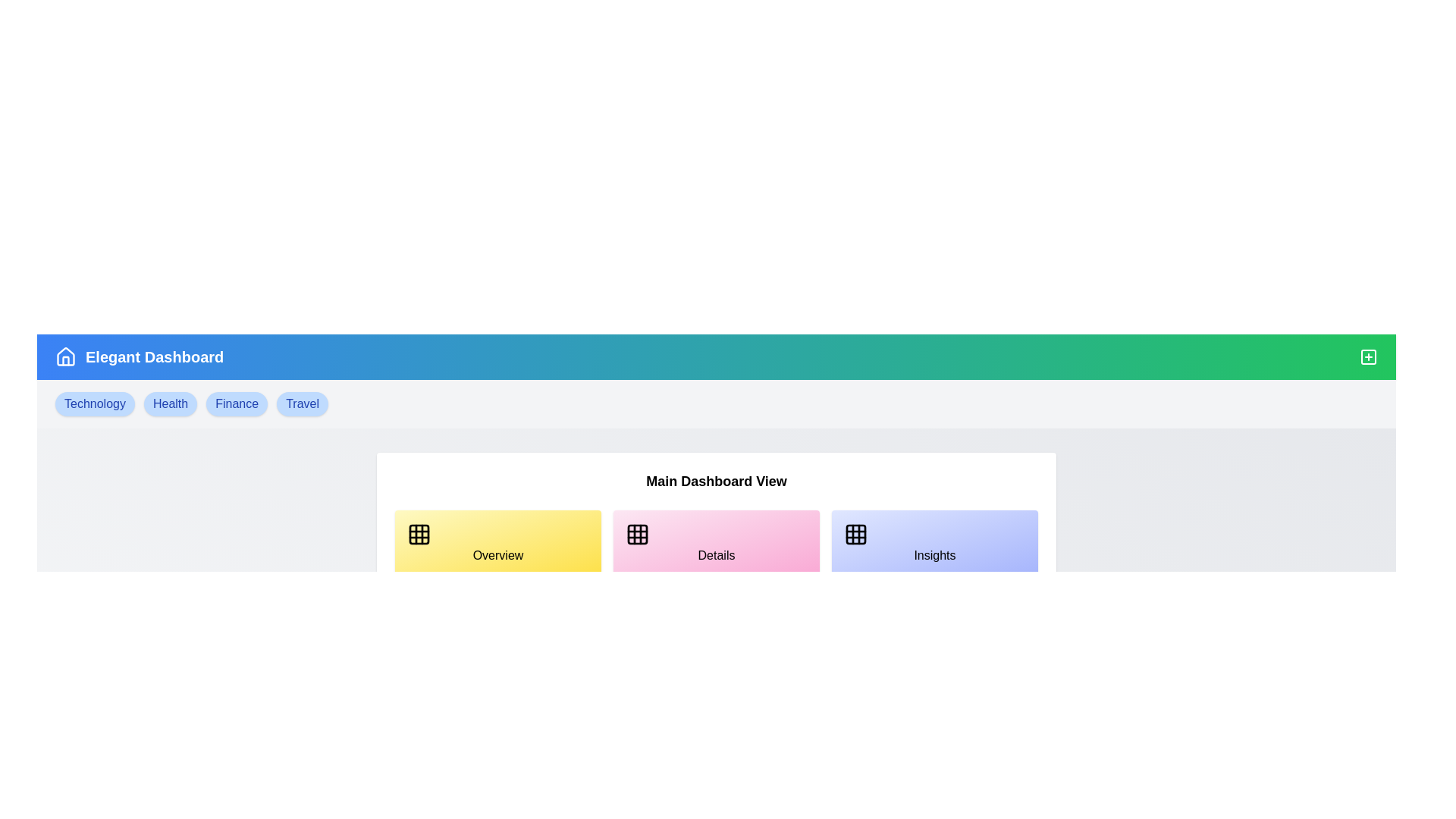 The height and width of the screenshot is (819, 1456). I want to click on the home icon to navigate, so click(64, 356).